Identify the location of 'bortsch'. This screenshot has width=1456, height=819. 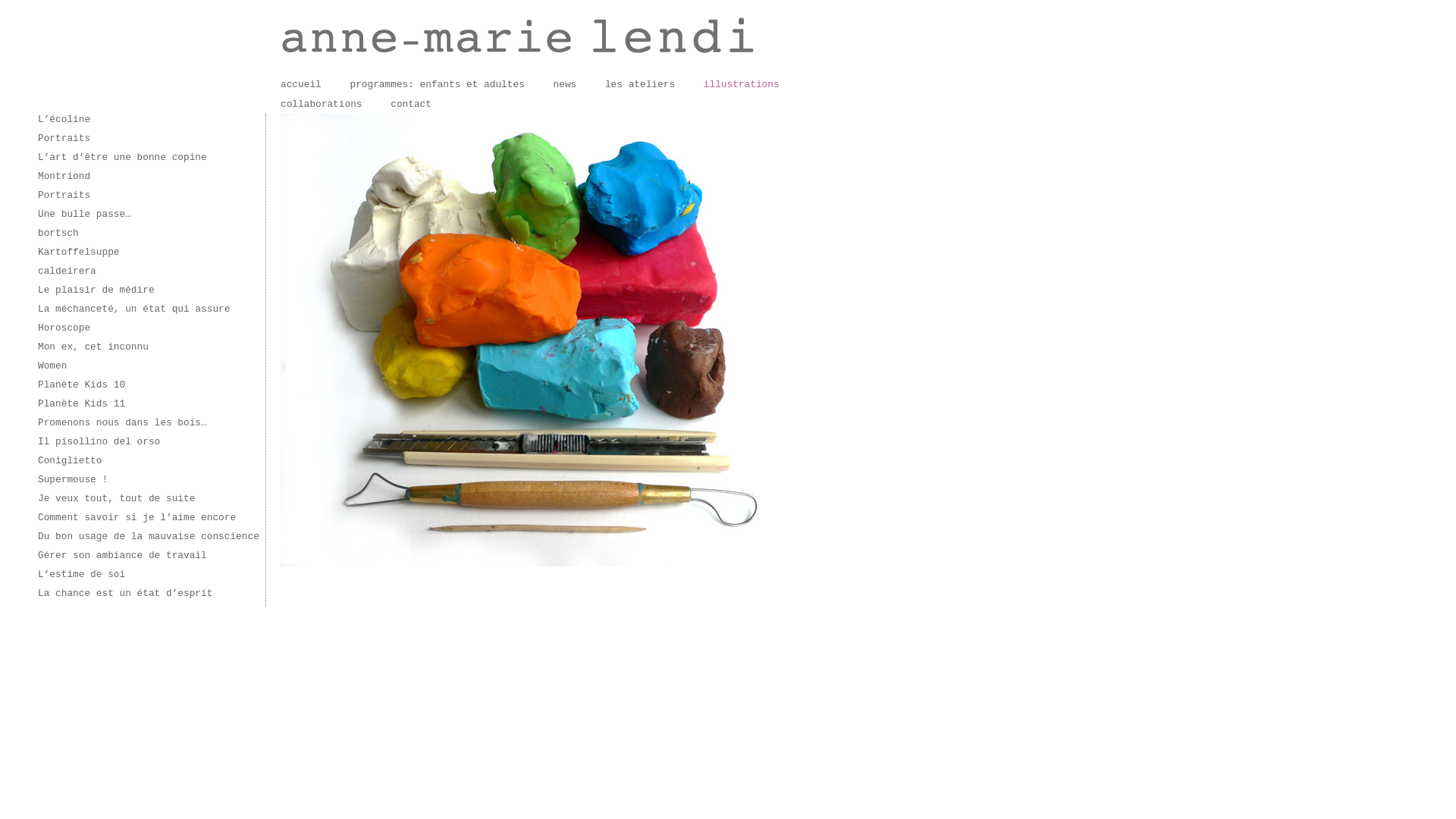
(58, 233).